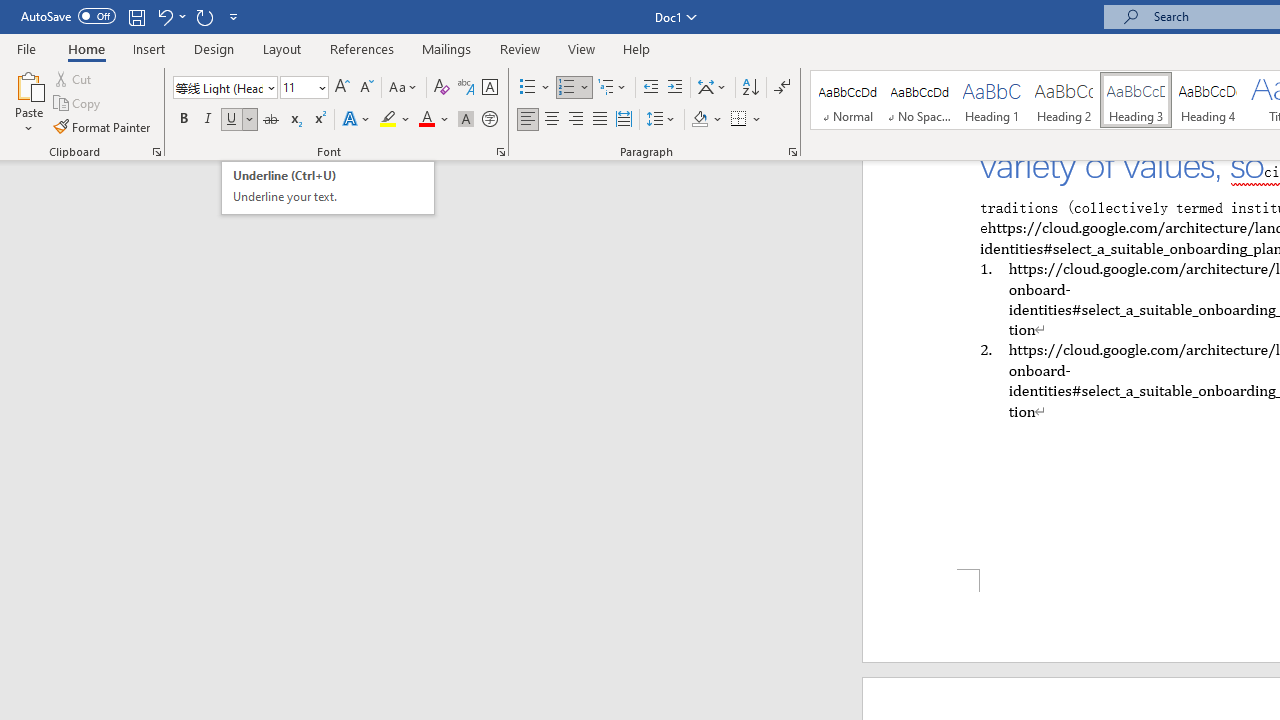 The height and width of the screenshot is (720, 1280). I want to click on 'Undo Paragraph Alignment', so click(164, 16).